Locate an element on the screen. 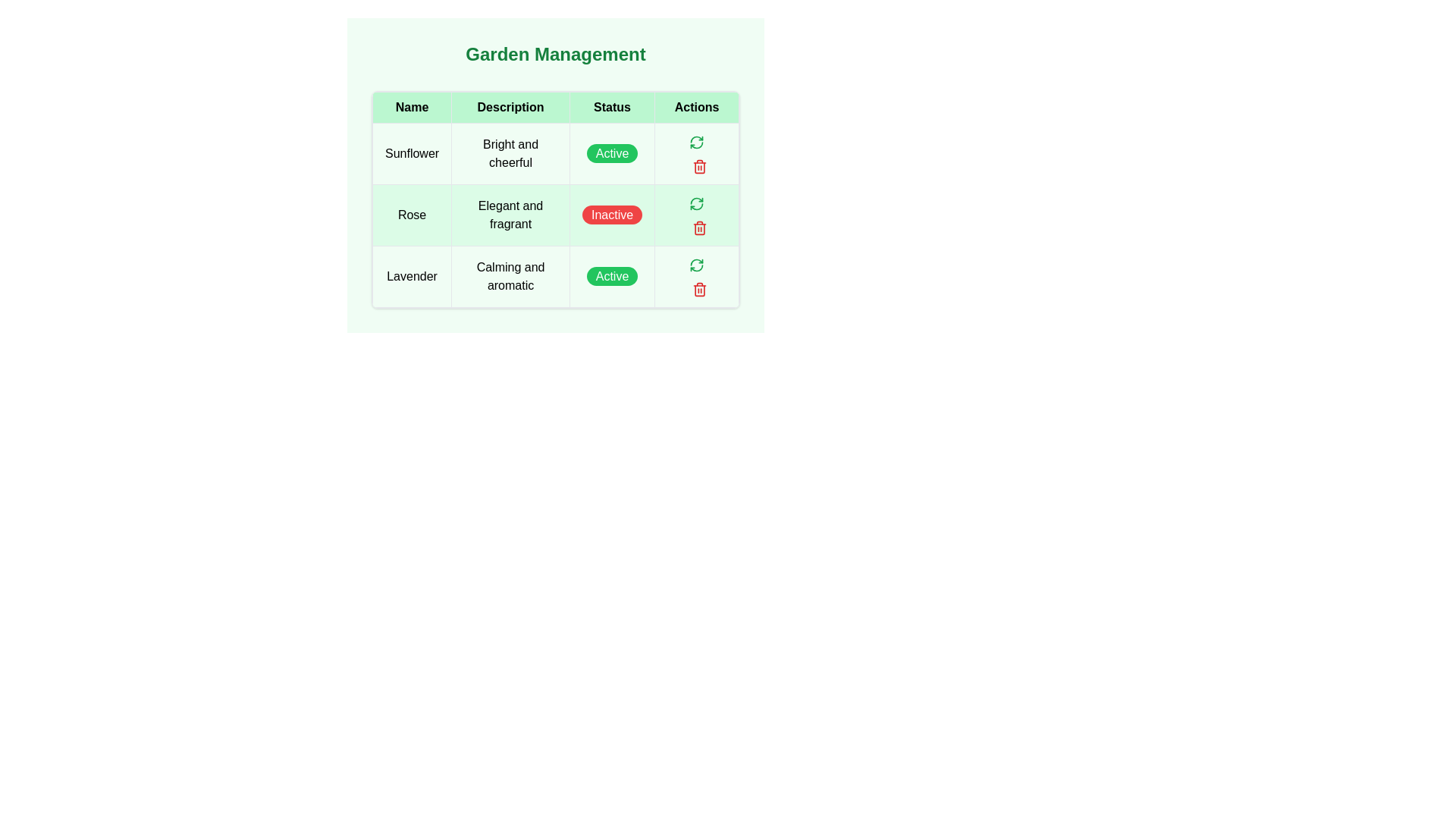 This screenshot has height=819, width=1456. to select the second row in the table representing the item 'Rose', which includes its description, current status, and associated actions is located at coordinates (555, 215).